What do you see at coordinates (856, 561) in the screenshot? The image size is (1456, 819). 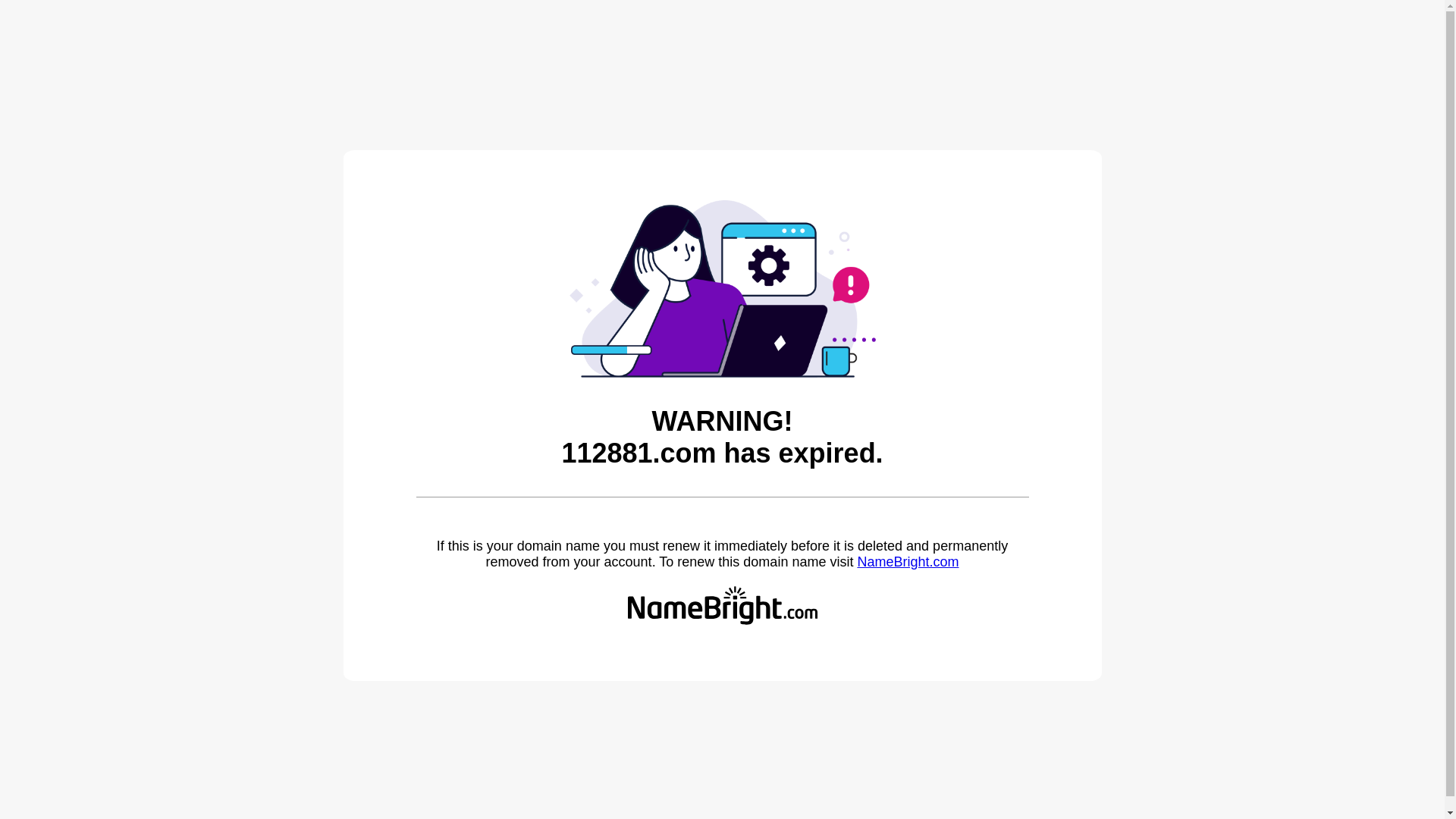 I see `'NameBright.com'` at bounding box center [856, 561].